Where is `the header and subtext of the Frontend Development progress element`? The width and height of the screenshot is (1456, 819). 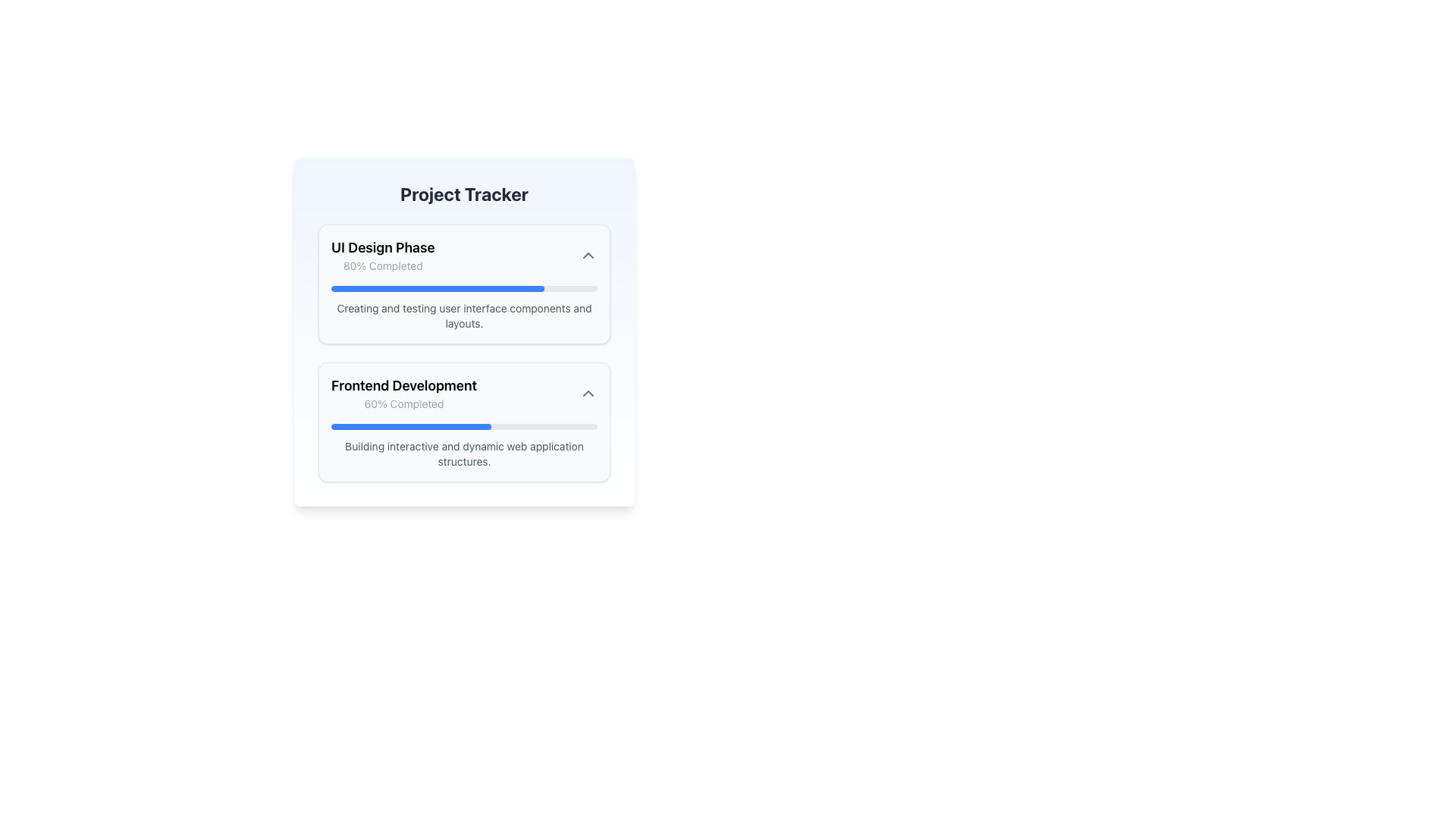
the header and subtext of the Frontend Development progress element is located at coordinates (463, 393).